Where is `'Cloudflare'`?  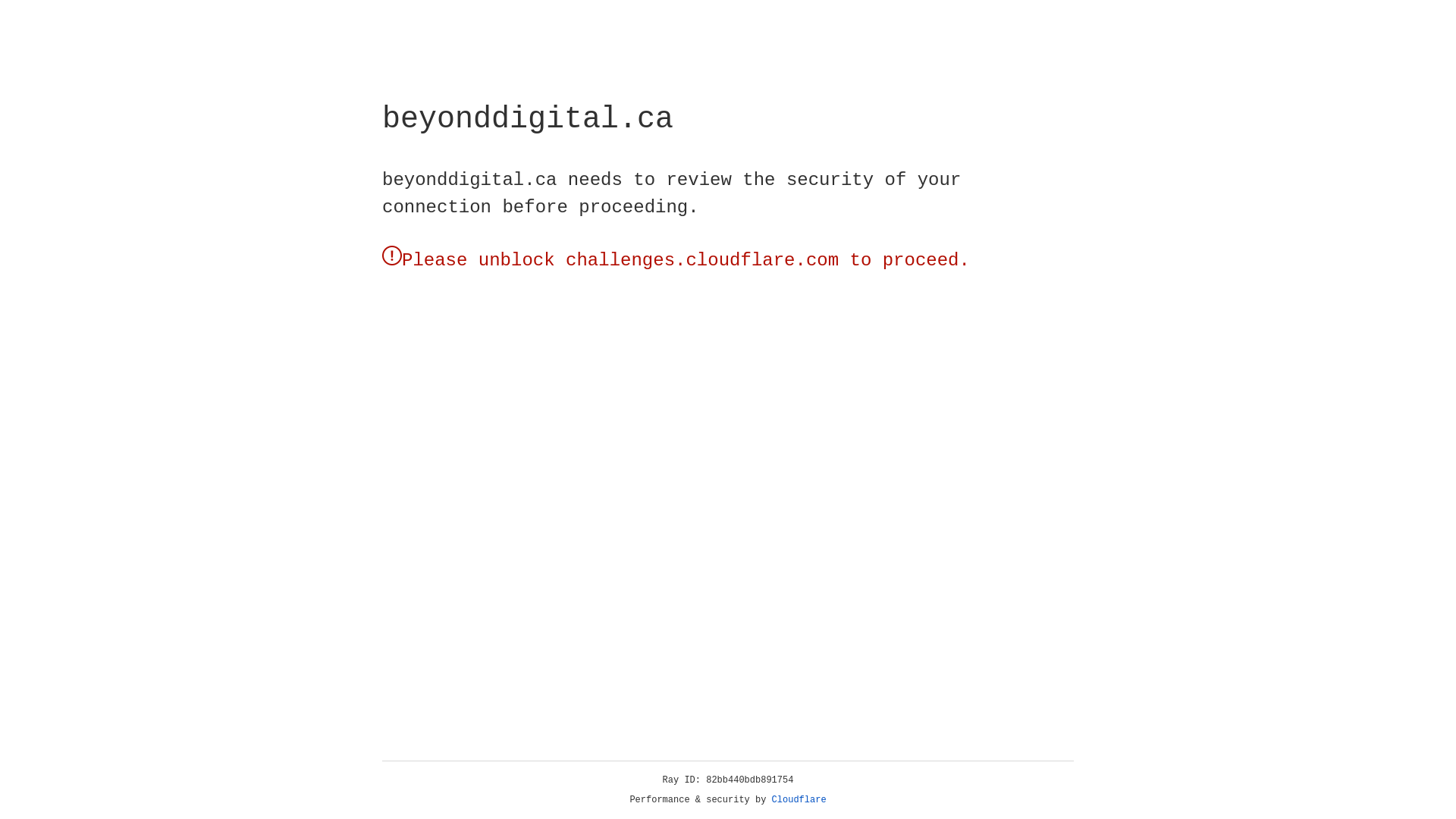 'Cloudflare' is located at coordinates (799, 799).